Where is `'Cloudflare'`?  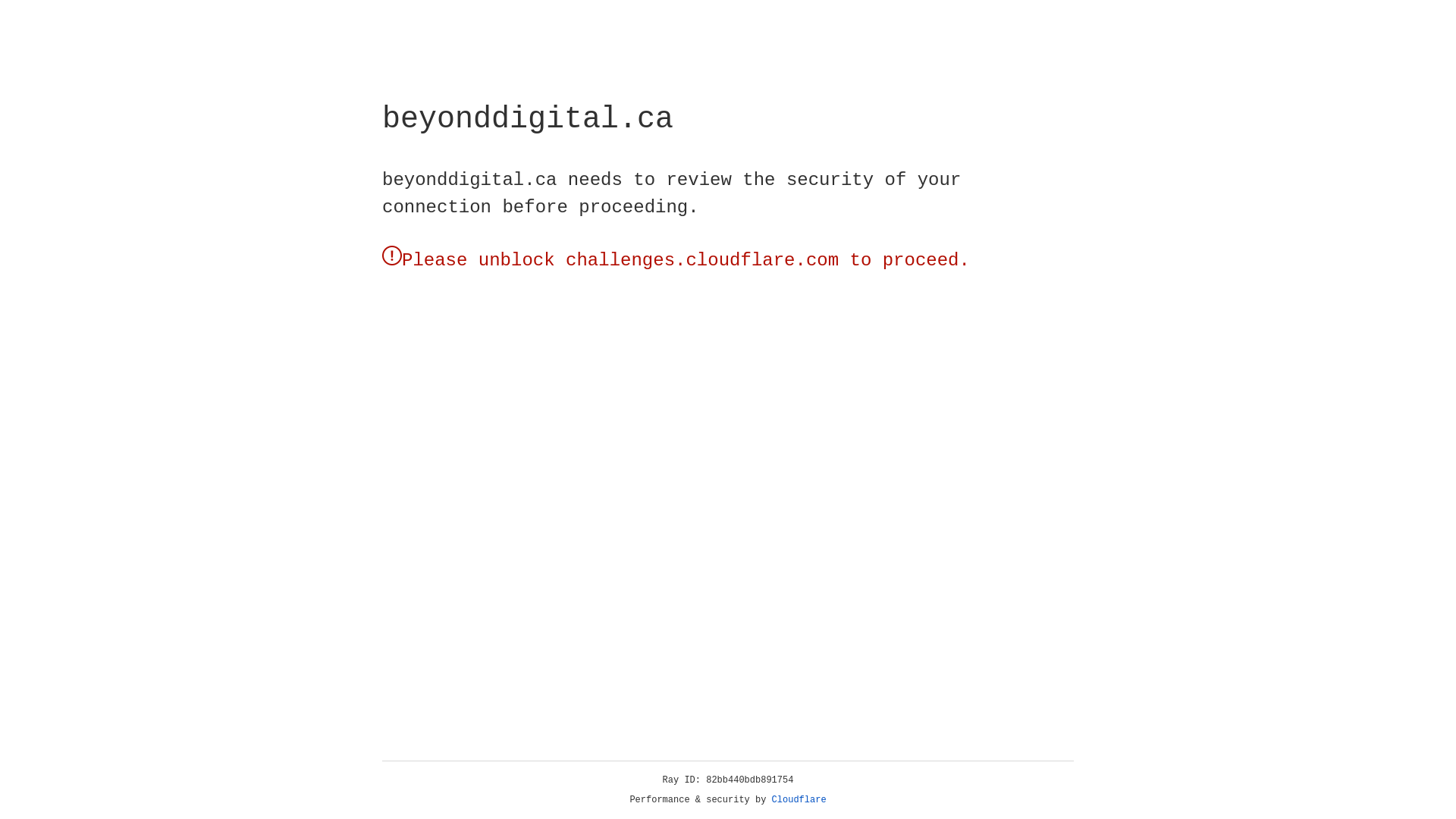 'Cloudflare' is located at coordinates (799, 799).